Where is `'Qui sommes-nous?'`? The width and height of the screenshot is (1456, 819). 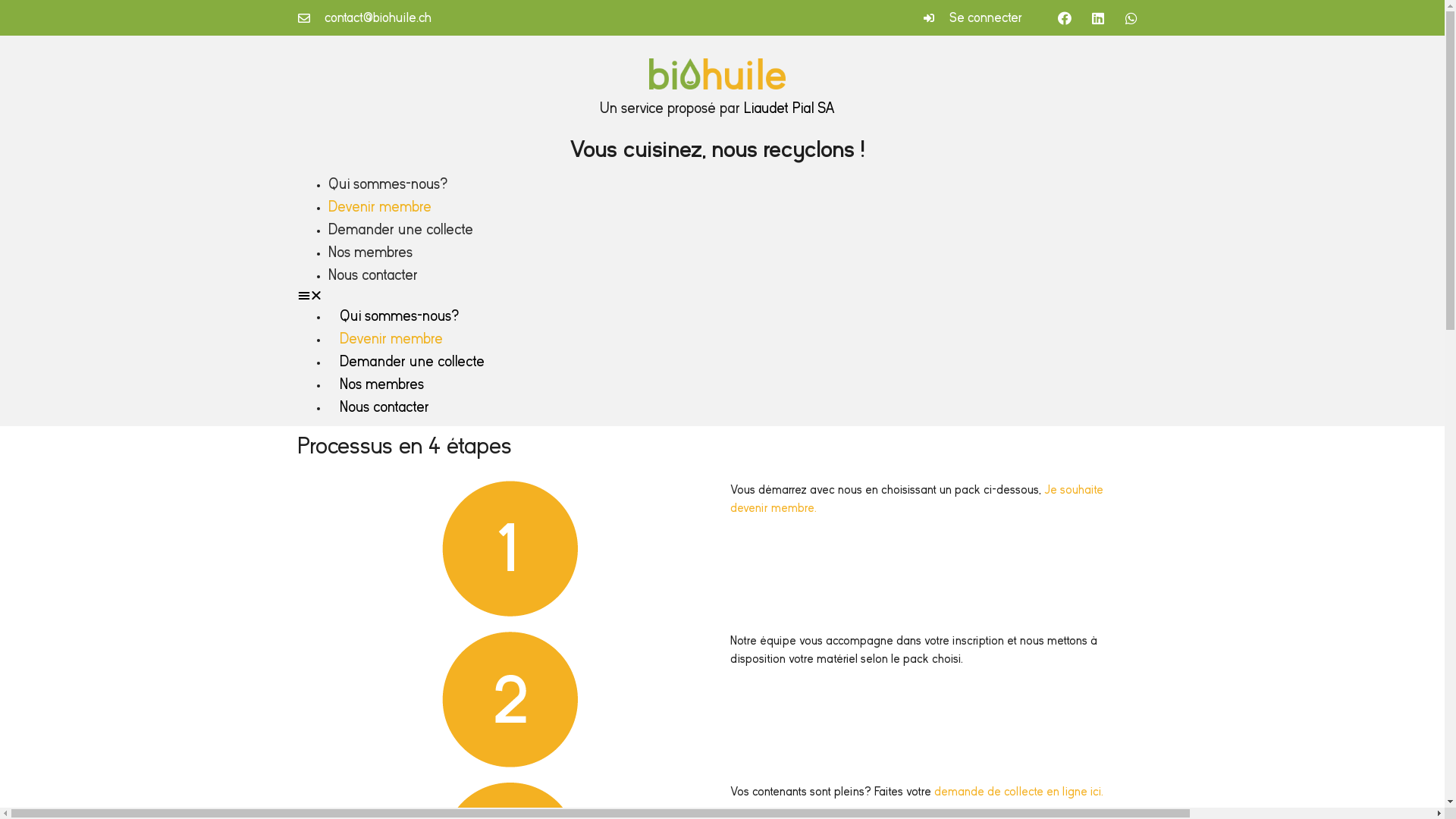 'Qui sommes-nous?' is located at coordinates (398, 315).